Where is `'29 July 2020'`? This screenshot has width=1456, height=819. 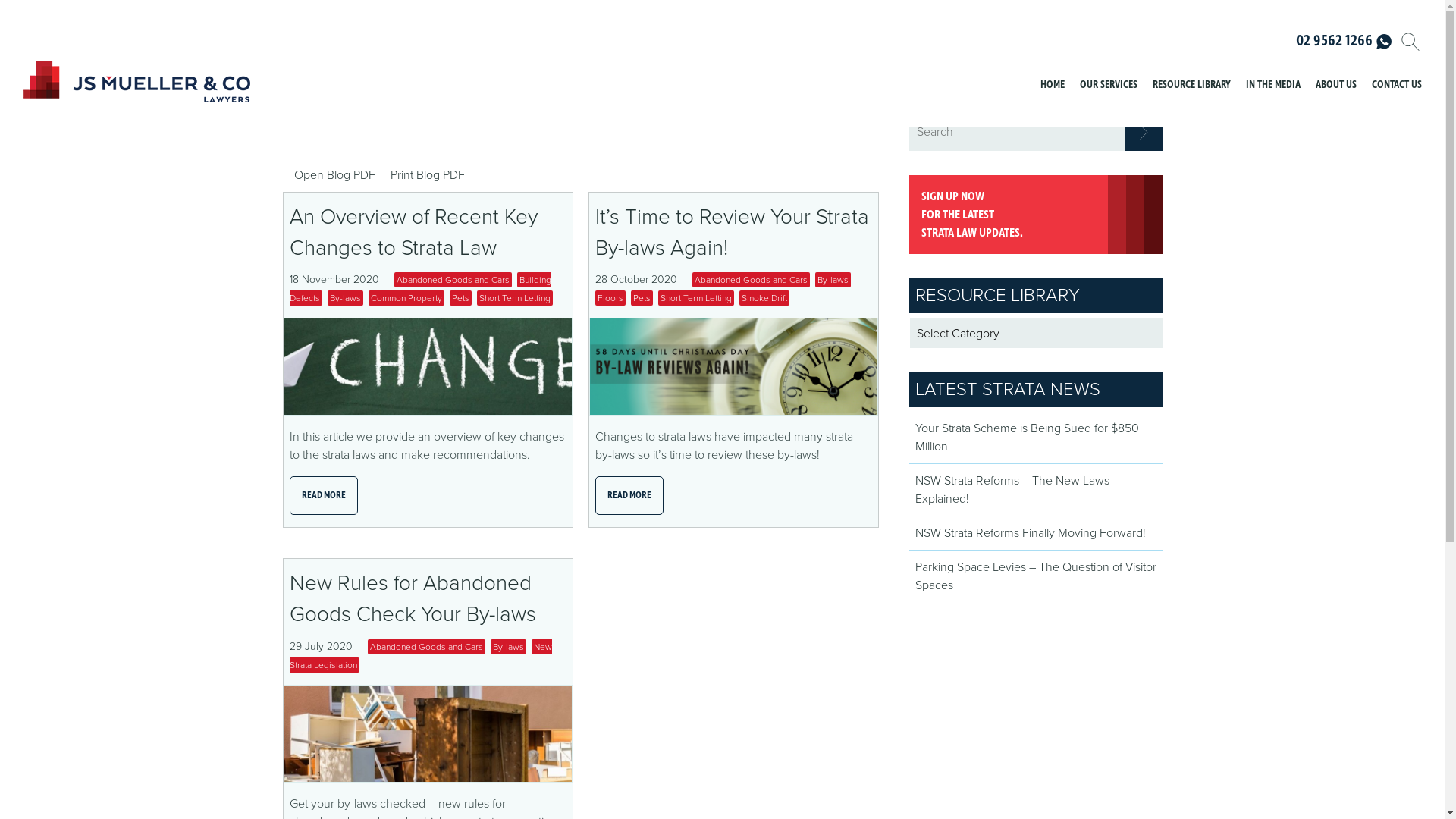
'29 July 2020' is located at coordinates (328, 646).